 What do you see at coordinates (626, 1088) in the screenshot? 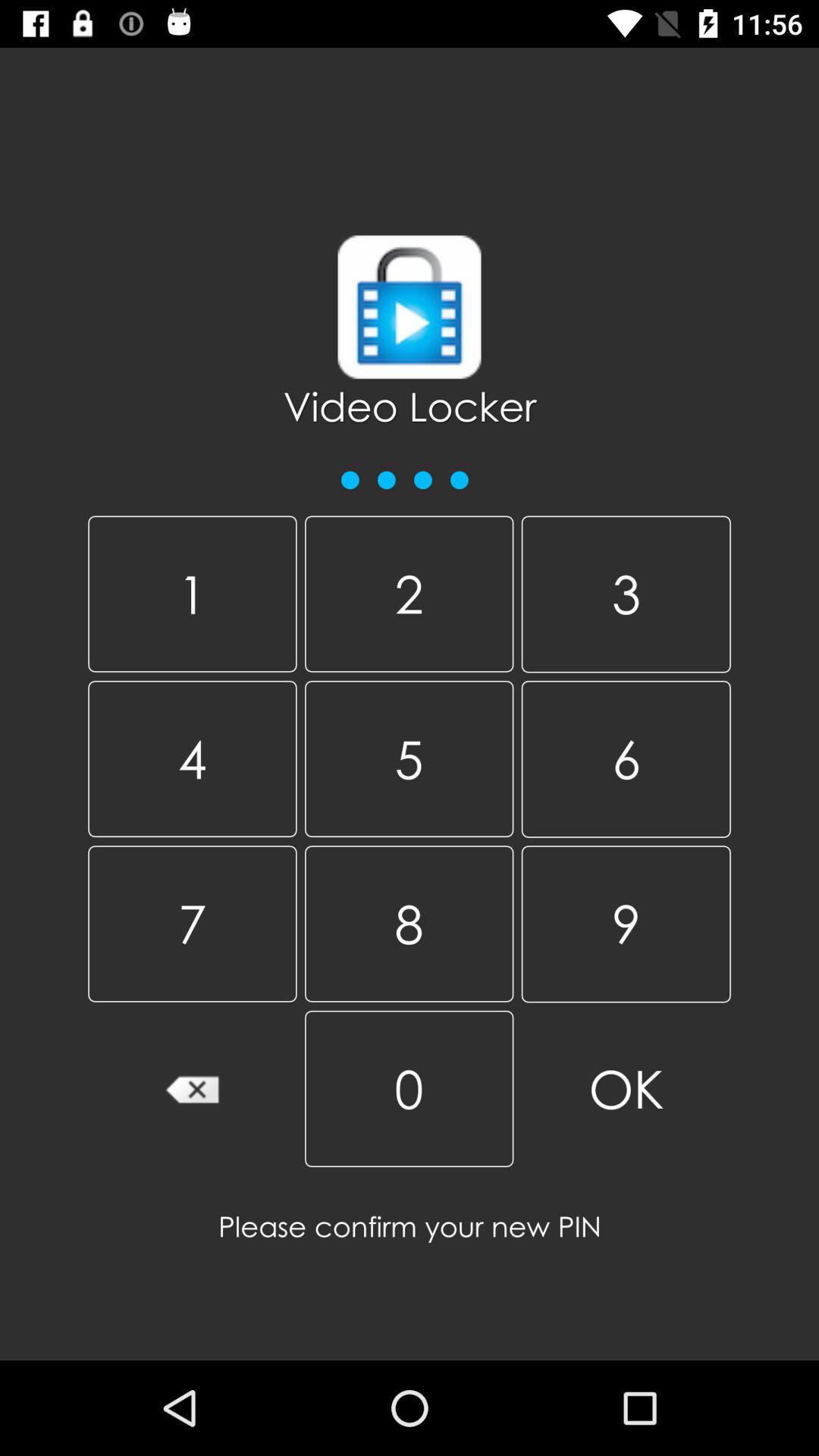
I see `the item at the bottom right corner` at bounding box center [626, 1088].